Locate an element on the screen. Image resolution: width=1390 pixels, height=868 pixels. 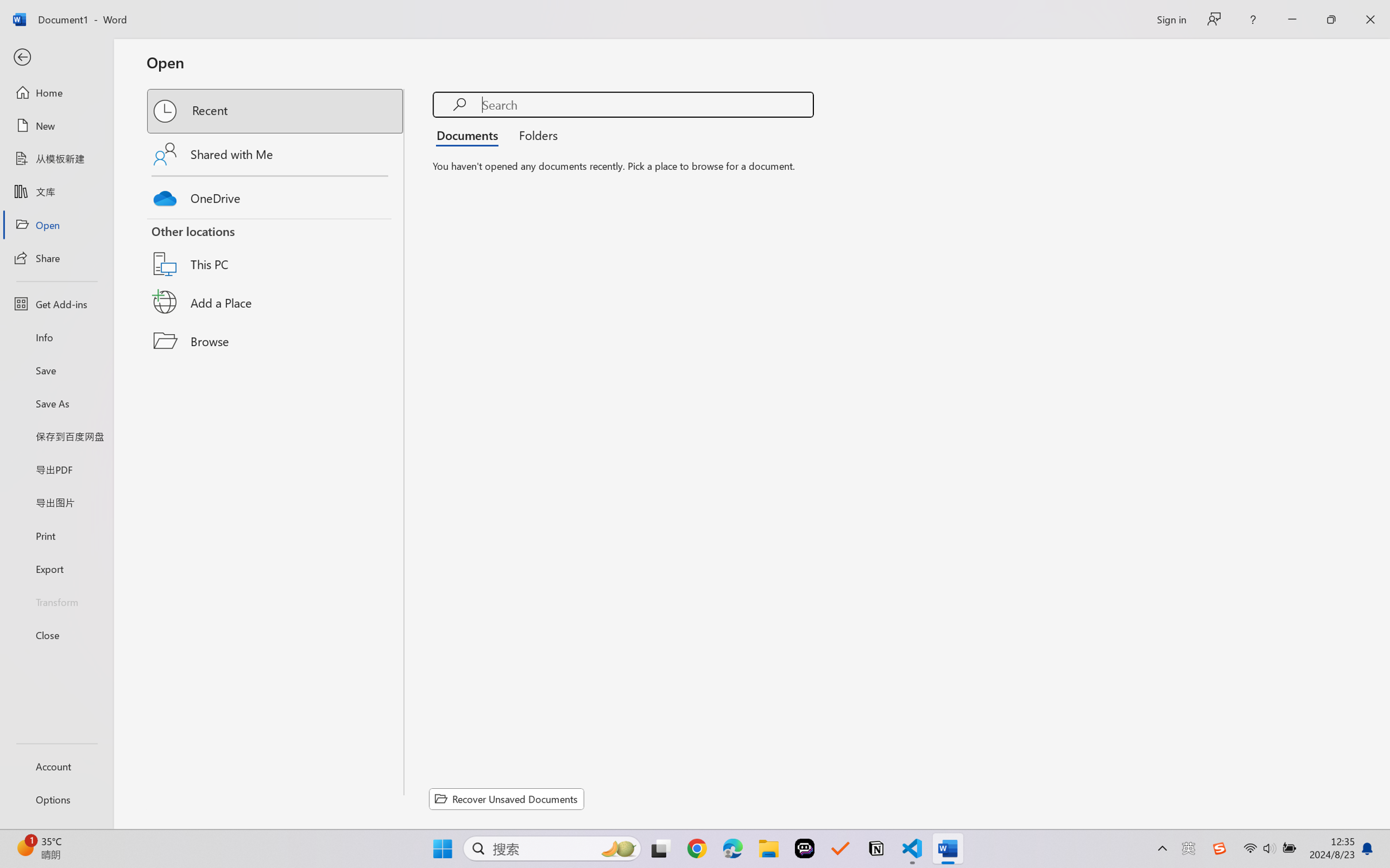
'Get Add-ins' is located at coordinates (56, 303).